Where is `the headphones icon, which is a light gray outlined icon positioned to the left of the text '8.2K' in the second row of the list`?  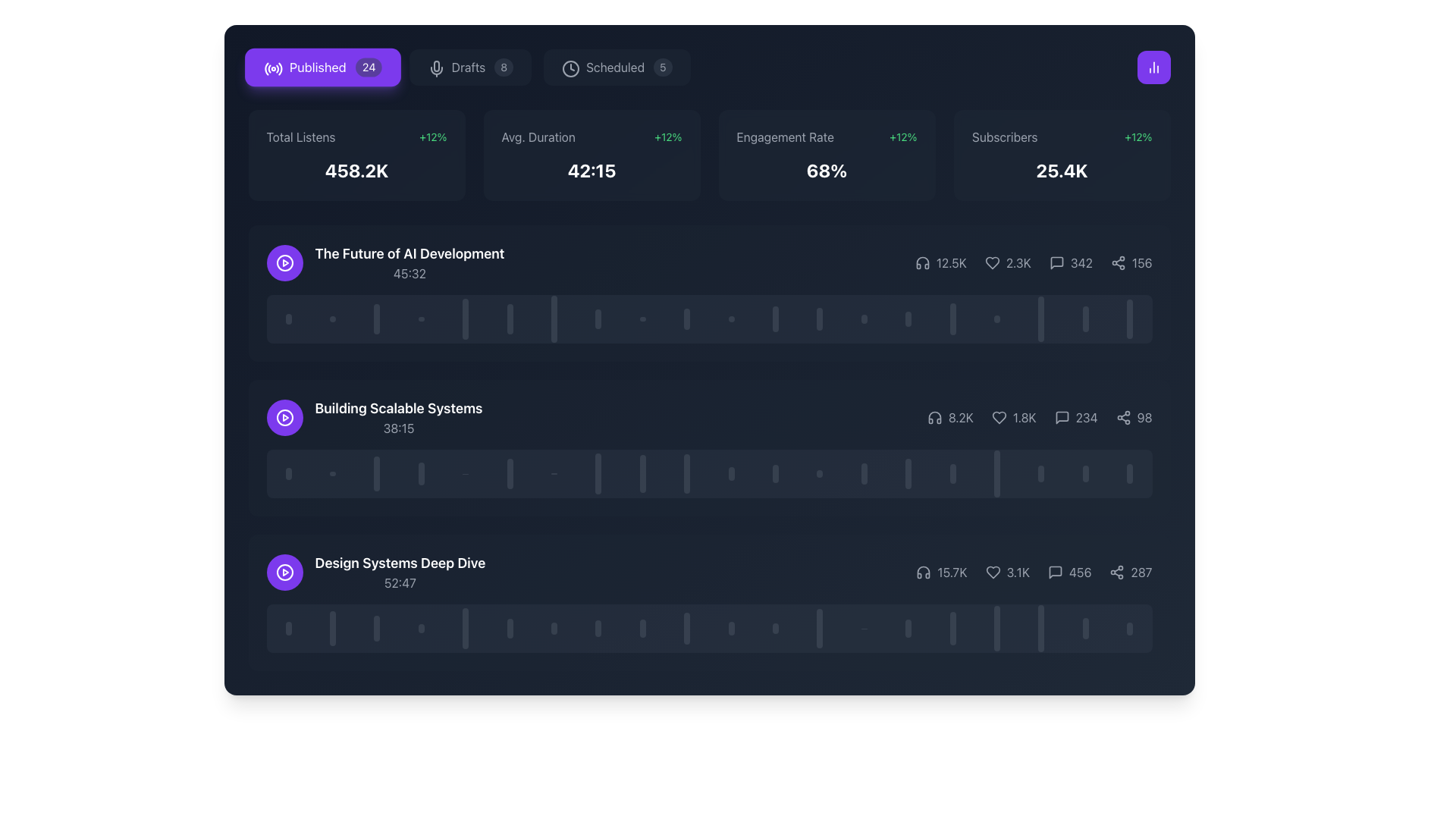
the headphones icon, which is a light gray outlined icon positioned to the left of the text '8.2K' in the second row of the list is located at coordinates (934, 418).